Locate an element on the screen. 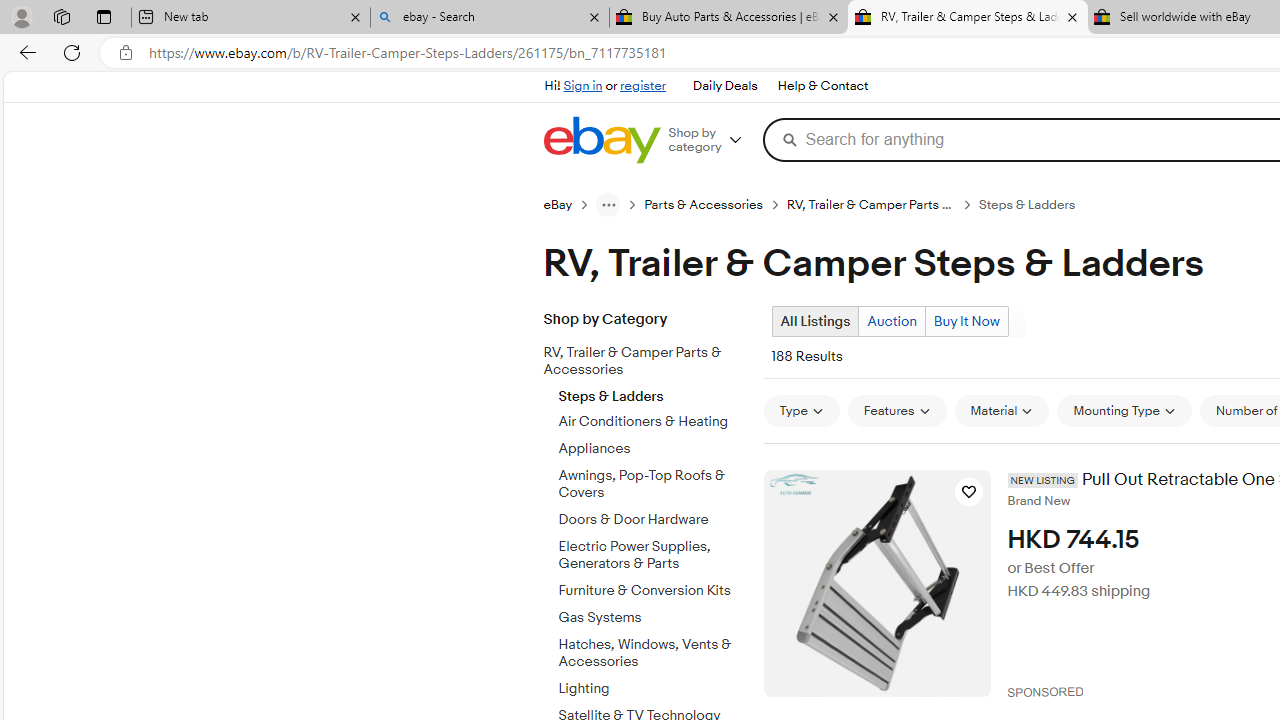 The image size is (1280, 720). 'Buy It Now' is located at coordinates (966, 320).